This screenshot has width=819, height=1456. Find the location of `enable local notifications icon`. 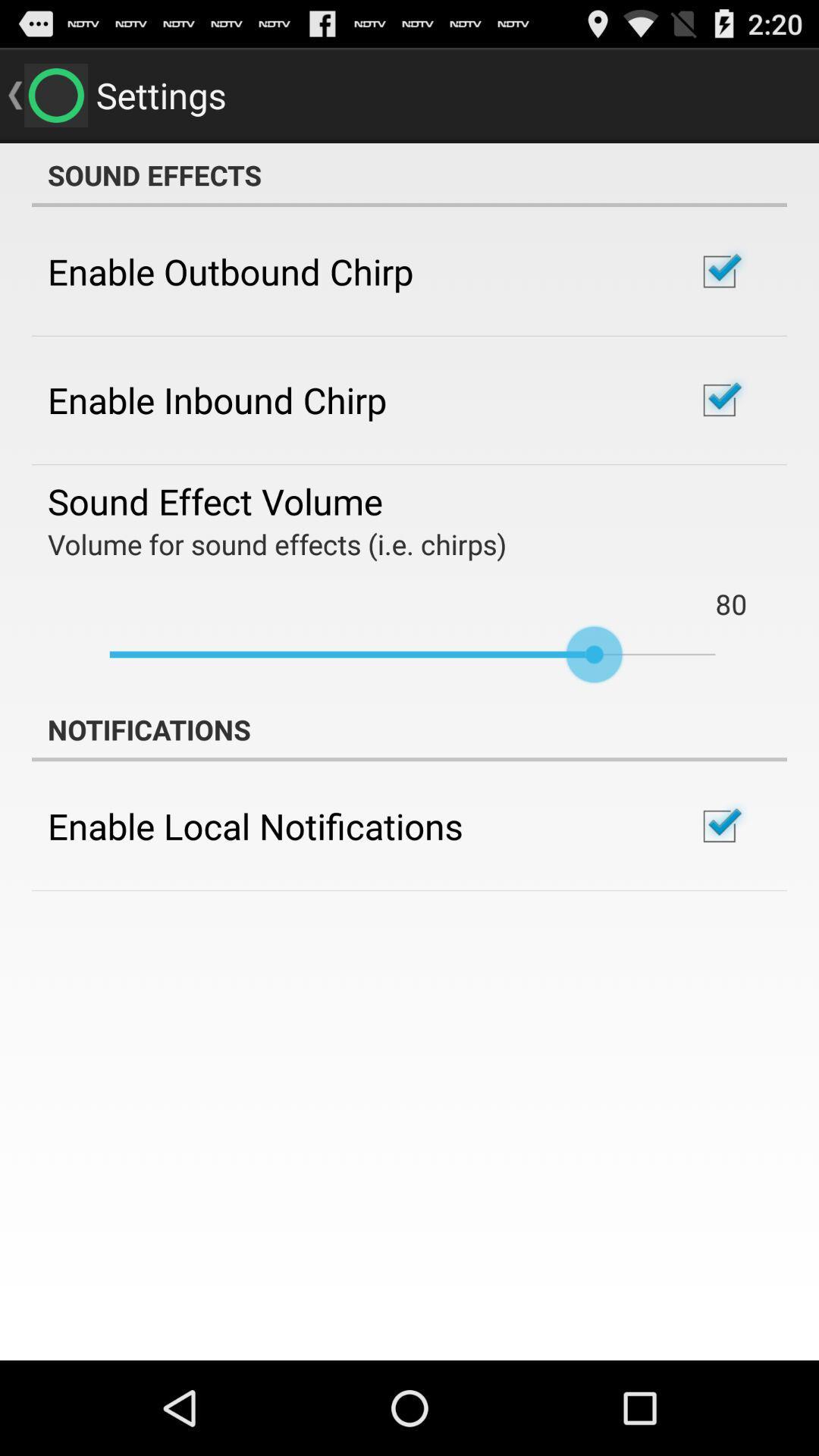

enable local notifications icon is located at coordinates (254, 825).